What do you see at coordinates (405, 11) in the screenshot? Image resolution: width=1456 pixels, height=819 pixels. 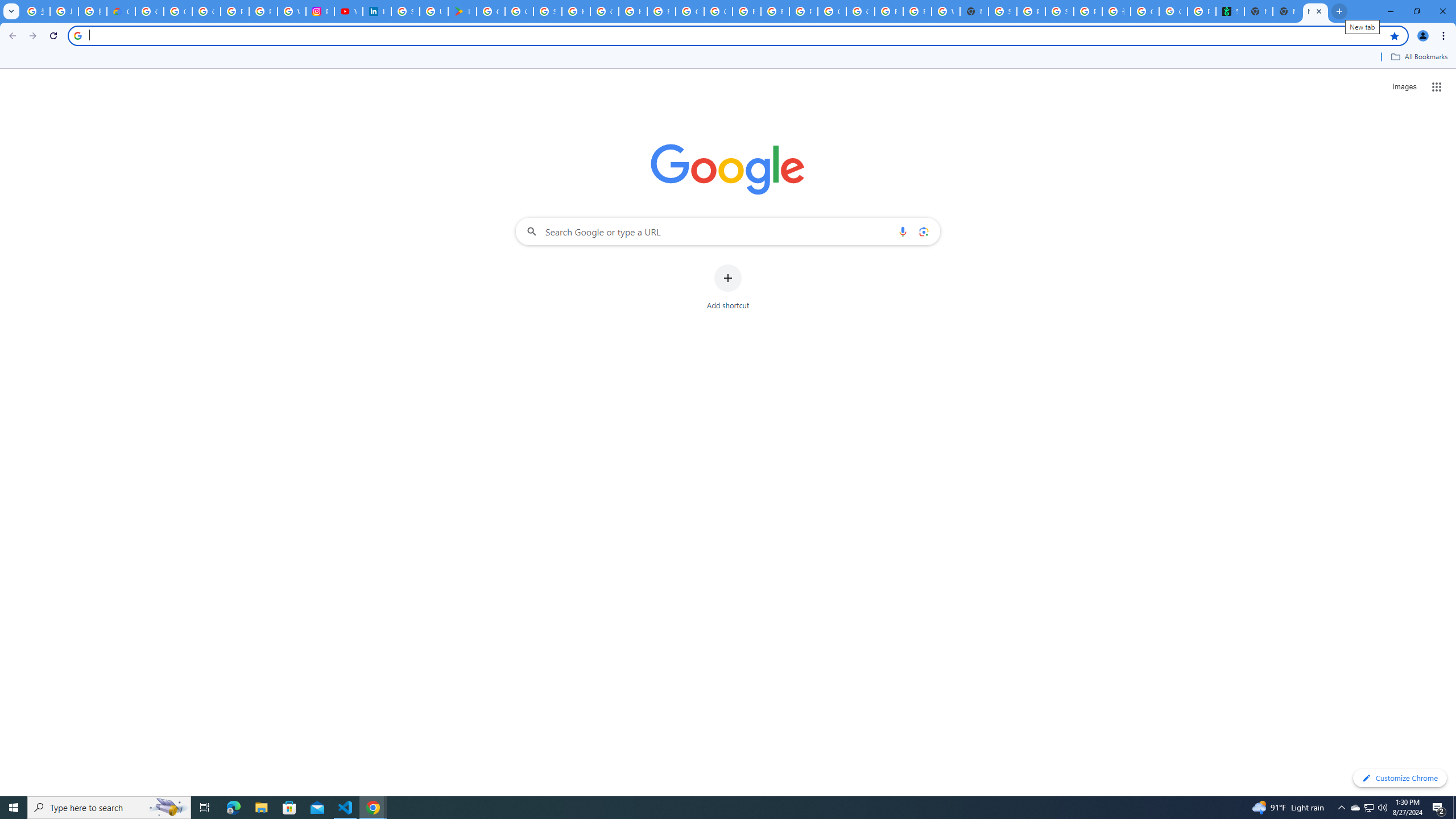 I see `'Sign in - Google Accounts'` at bounding box center [405, 11].